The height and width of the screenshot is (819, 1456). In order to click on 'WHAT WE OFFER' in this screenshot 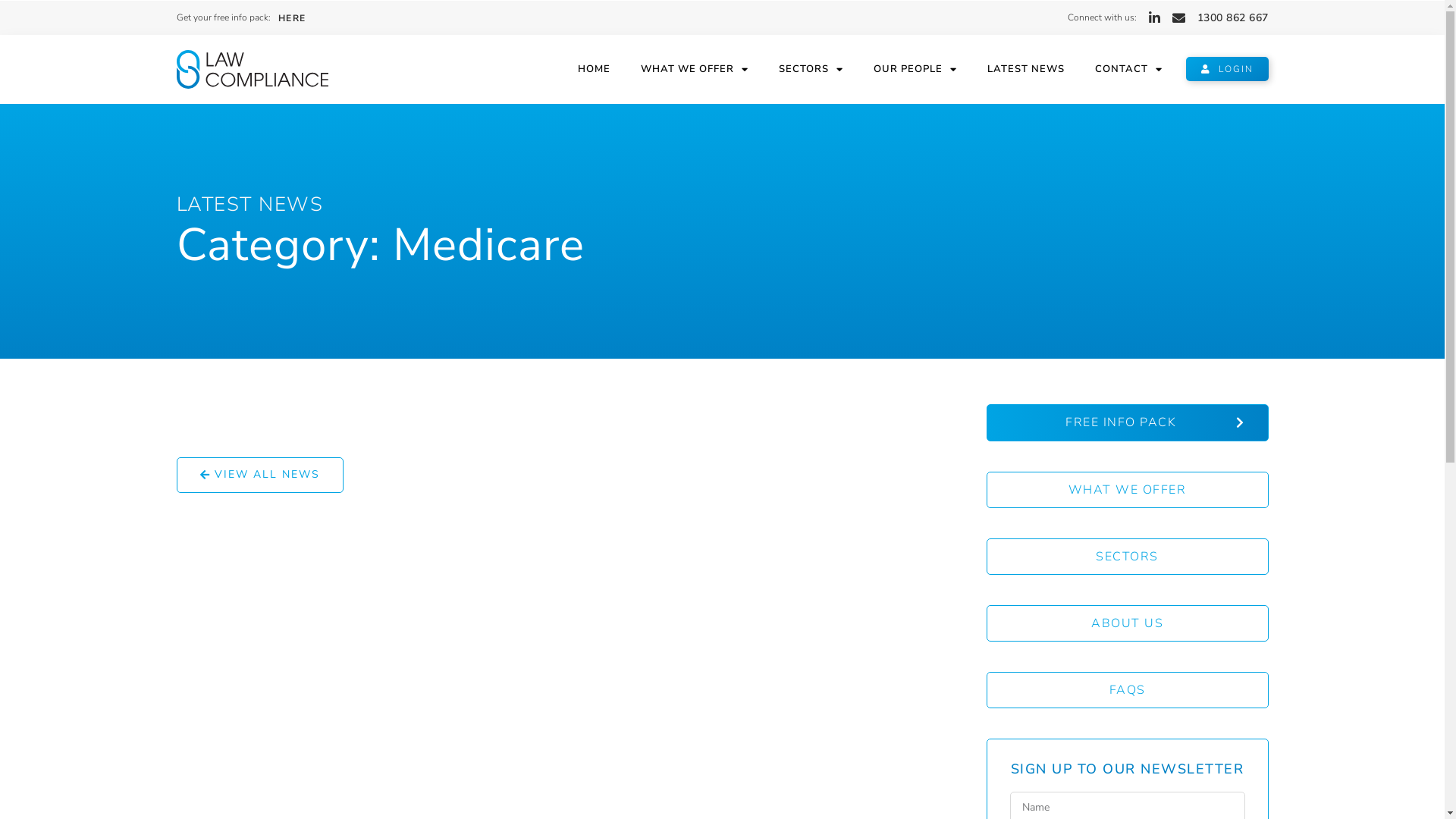, I will do `click(1127, 489)`.